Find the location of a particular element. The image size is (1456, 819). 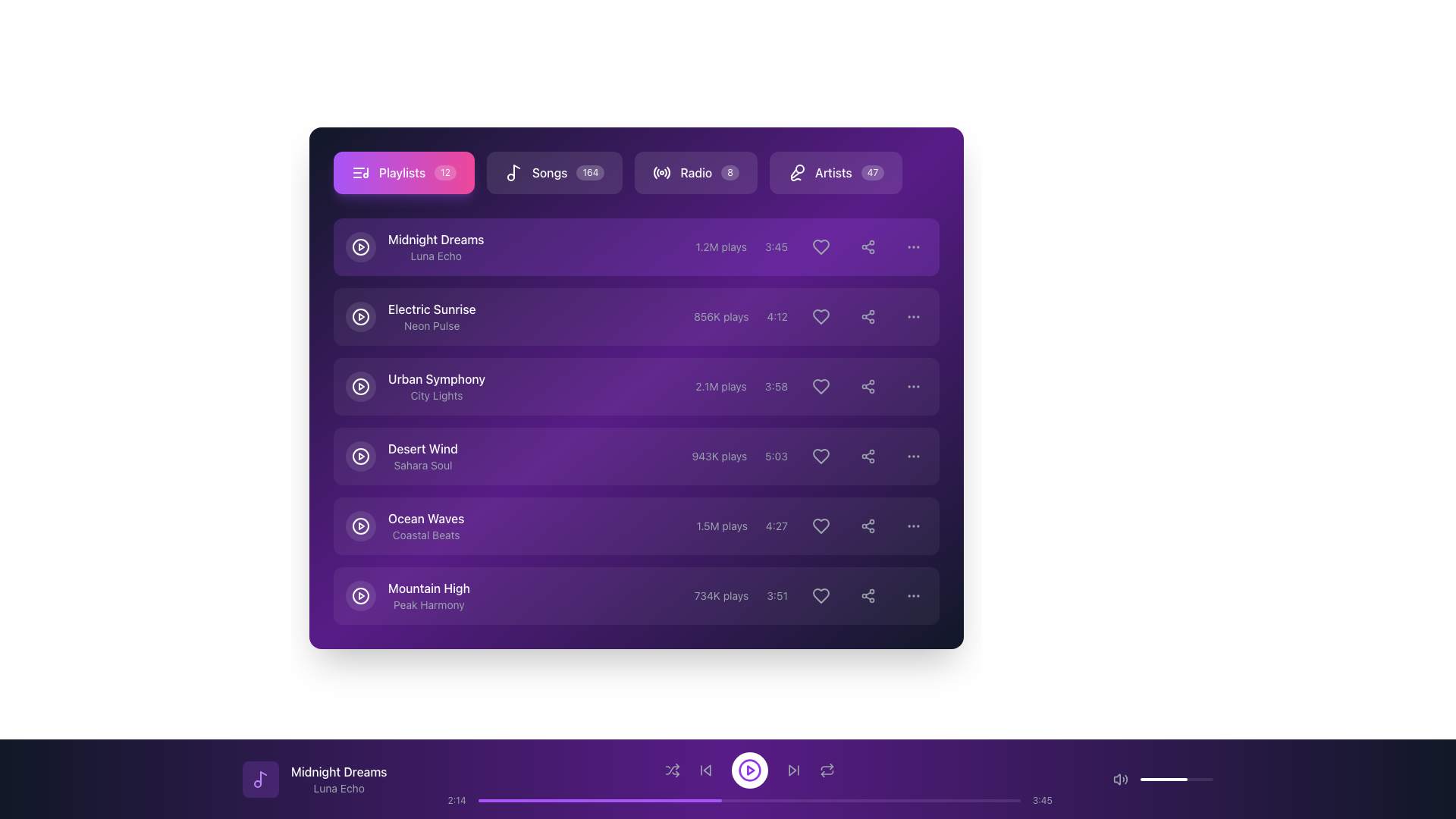

the circular boundary element of the play button for the 'Mountain High' song, which is located on the left side of its row in the playlist interface is located at coordinates (359, 595).